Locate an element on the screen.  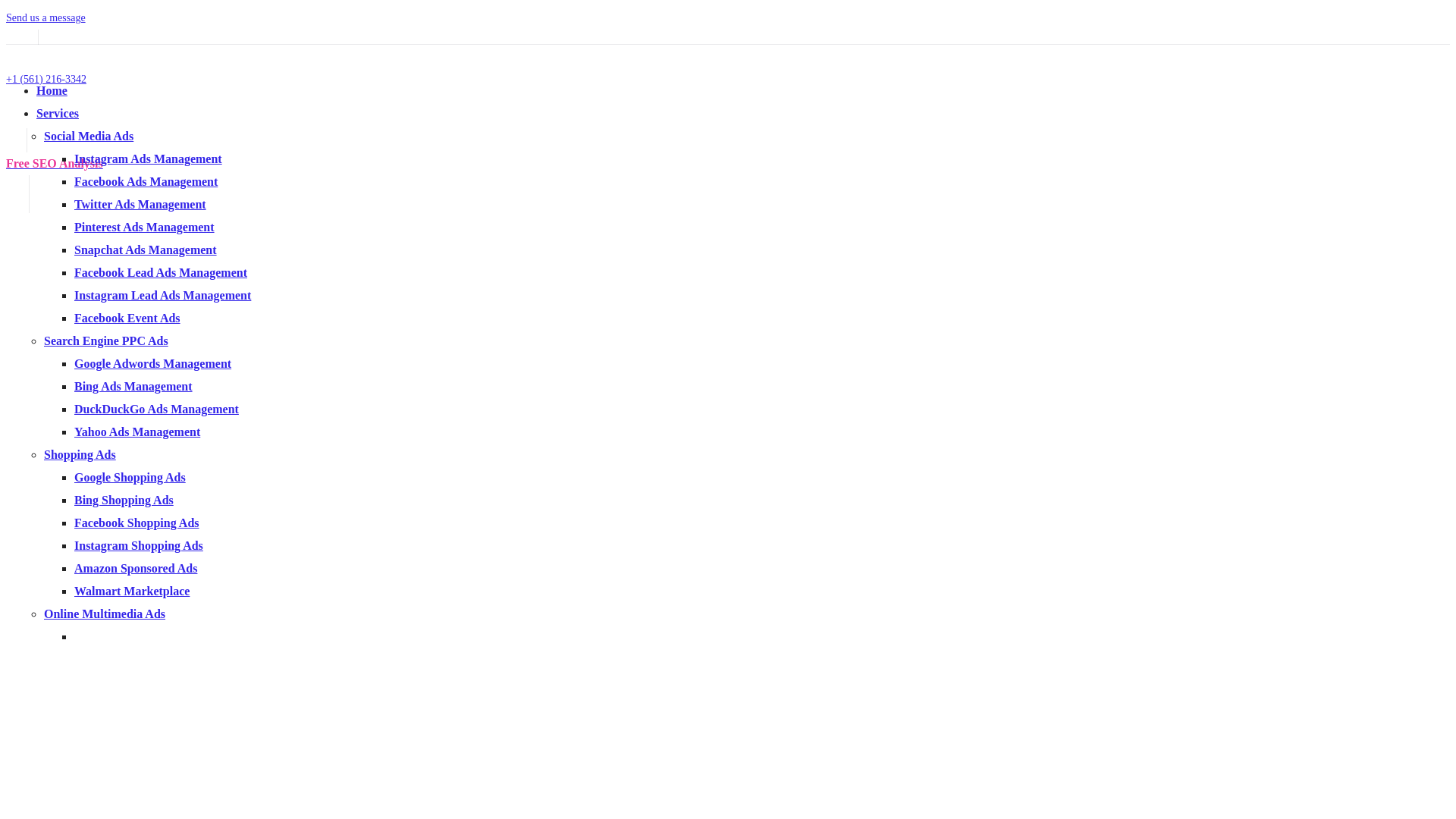
'Search Engine PPC Ads' is located at coordinates (43, 340).